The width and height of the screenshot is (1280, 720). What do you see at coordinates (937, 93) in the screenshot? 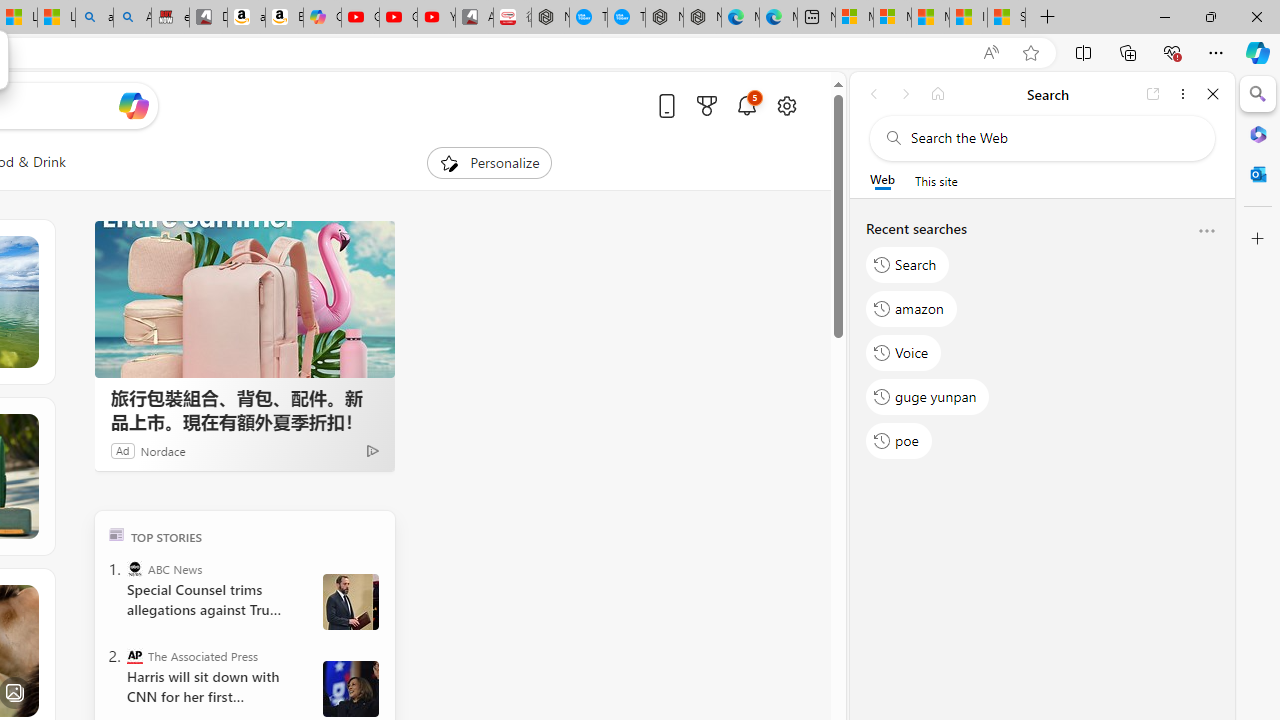
I see `'Home'` at bounding box center [937, 93].